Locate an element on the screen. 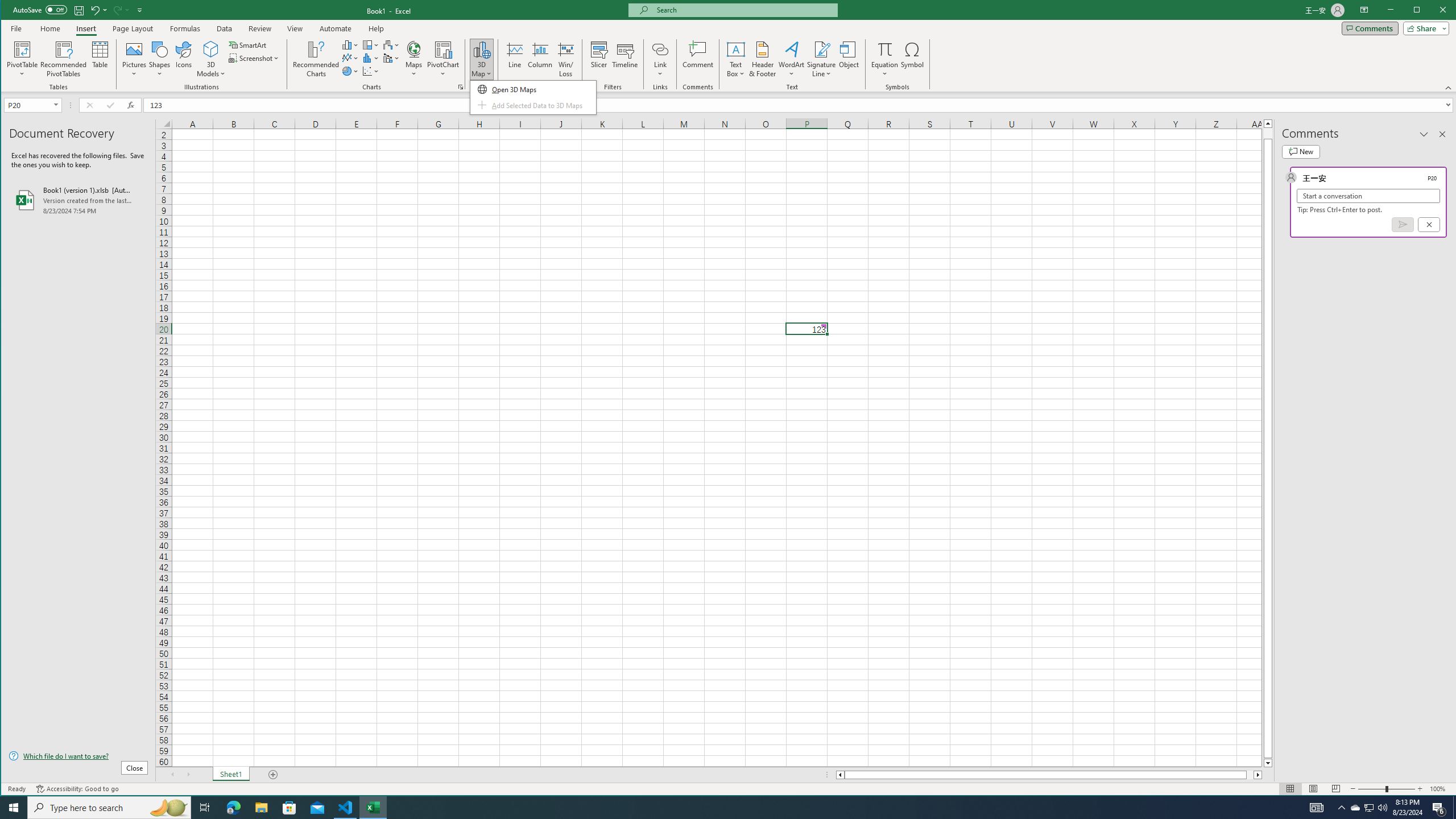 The width and height of the screenshot is (1456, 819). 'Excel - 1 running window' is located at coordinates (373, 806).